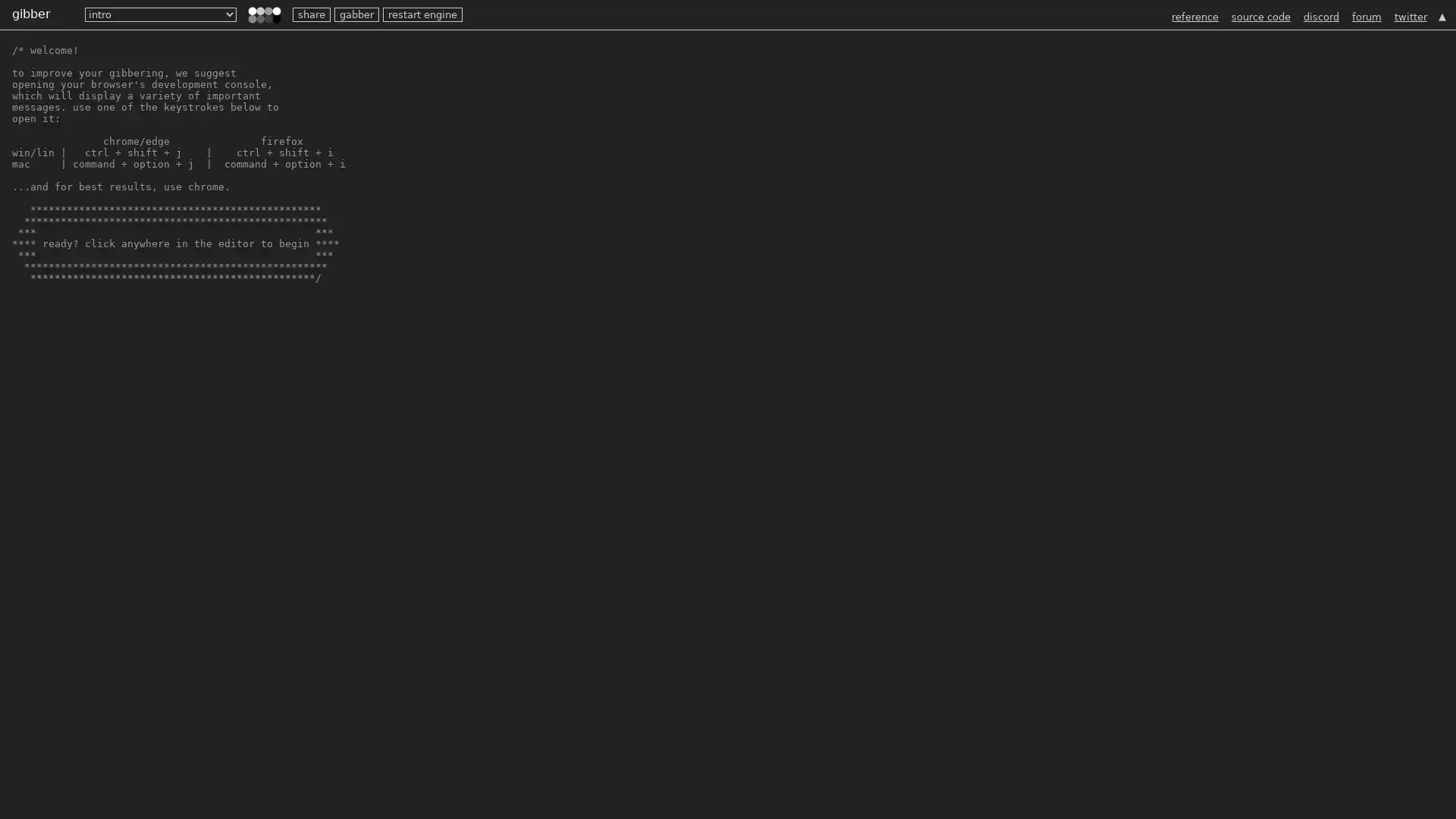  What do you see at coordinates (356, 14) in the screenshot?
I see `gabber` at bounding box center [356, 14].